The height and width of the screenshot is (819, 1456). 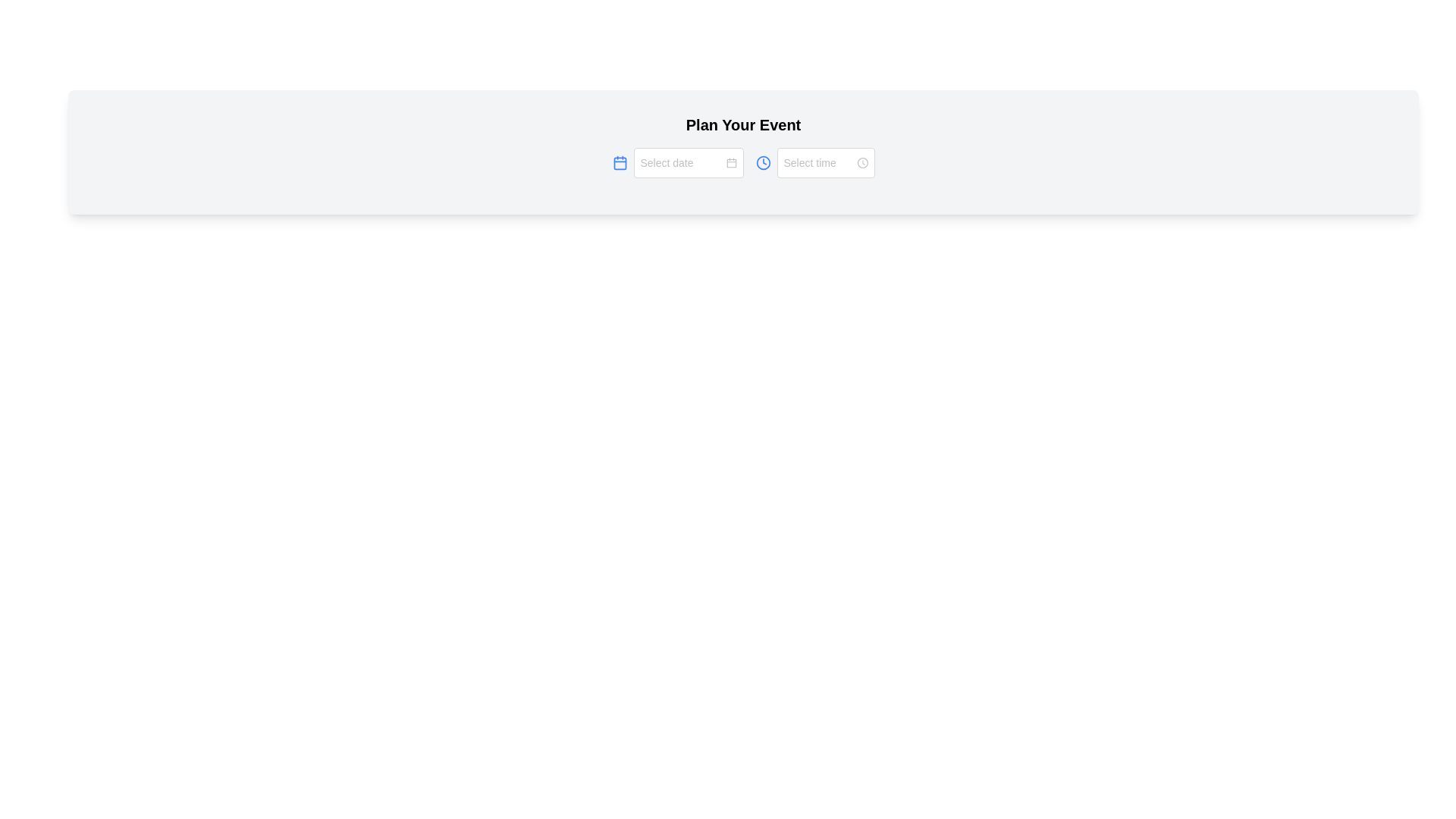 What do you see at coordinates (731, 163) in the screenshot?
I see `the miniature calendar icon, which is located to the right of the 'Select date' placeholder text and before the 'Select time' section` at bounding box center [731, 163].